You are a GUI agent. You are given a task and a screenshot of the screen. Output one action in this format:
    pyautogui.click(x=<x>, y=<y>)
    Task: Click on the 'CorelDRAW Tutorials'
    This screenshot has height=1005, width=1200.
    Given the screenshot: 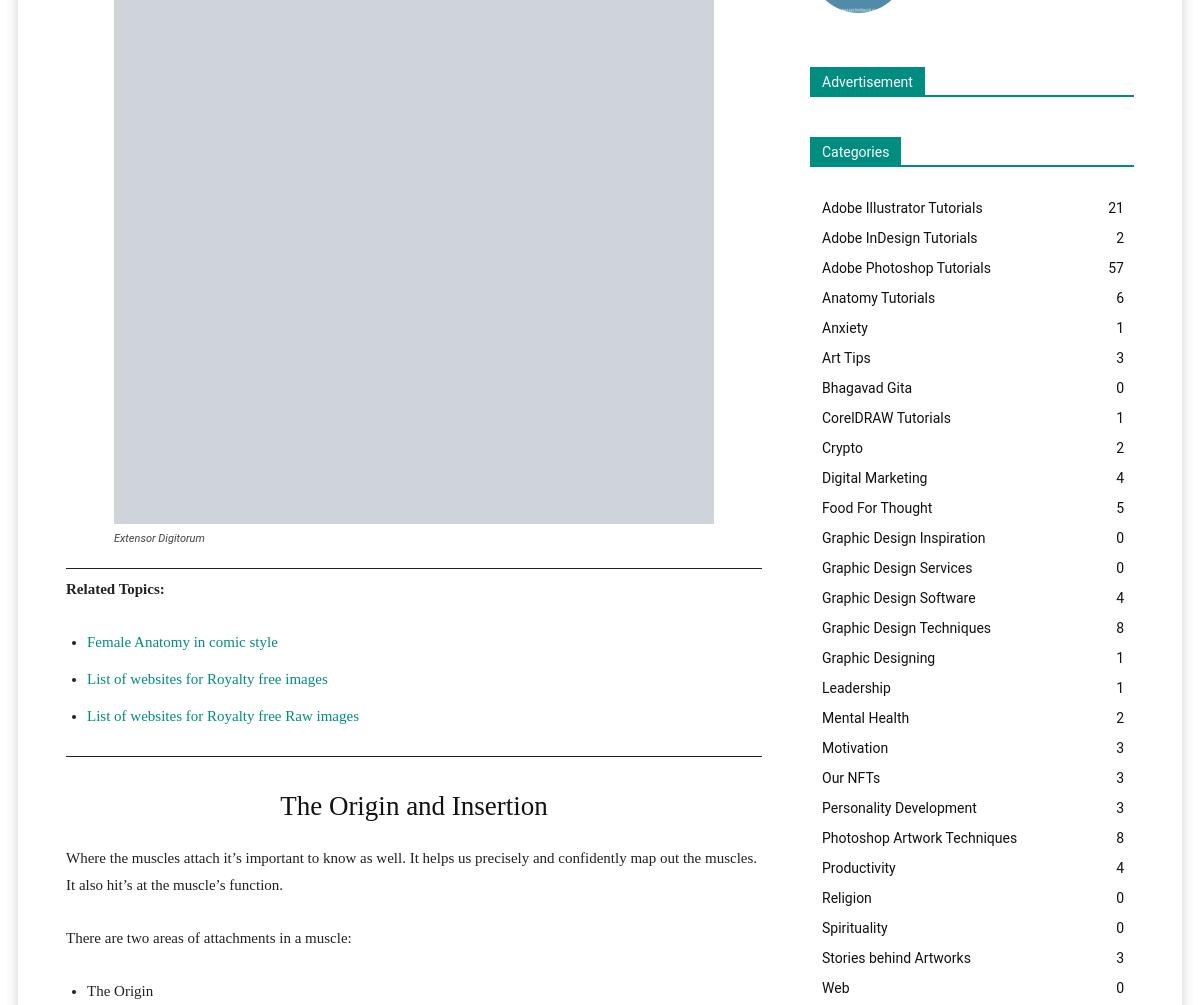 What is the action you would take?
    pyautogui.click(x=884, y=416)
    